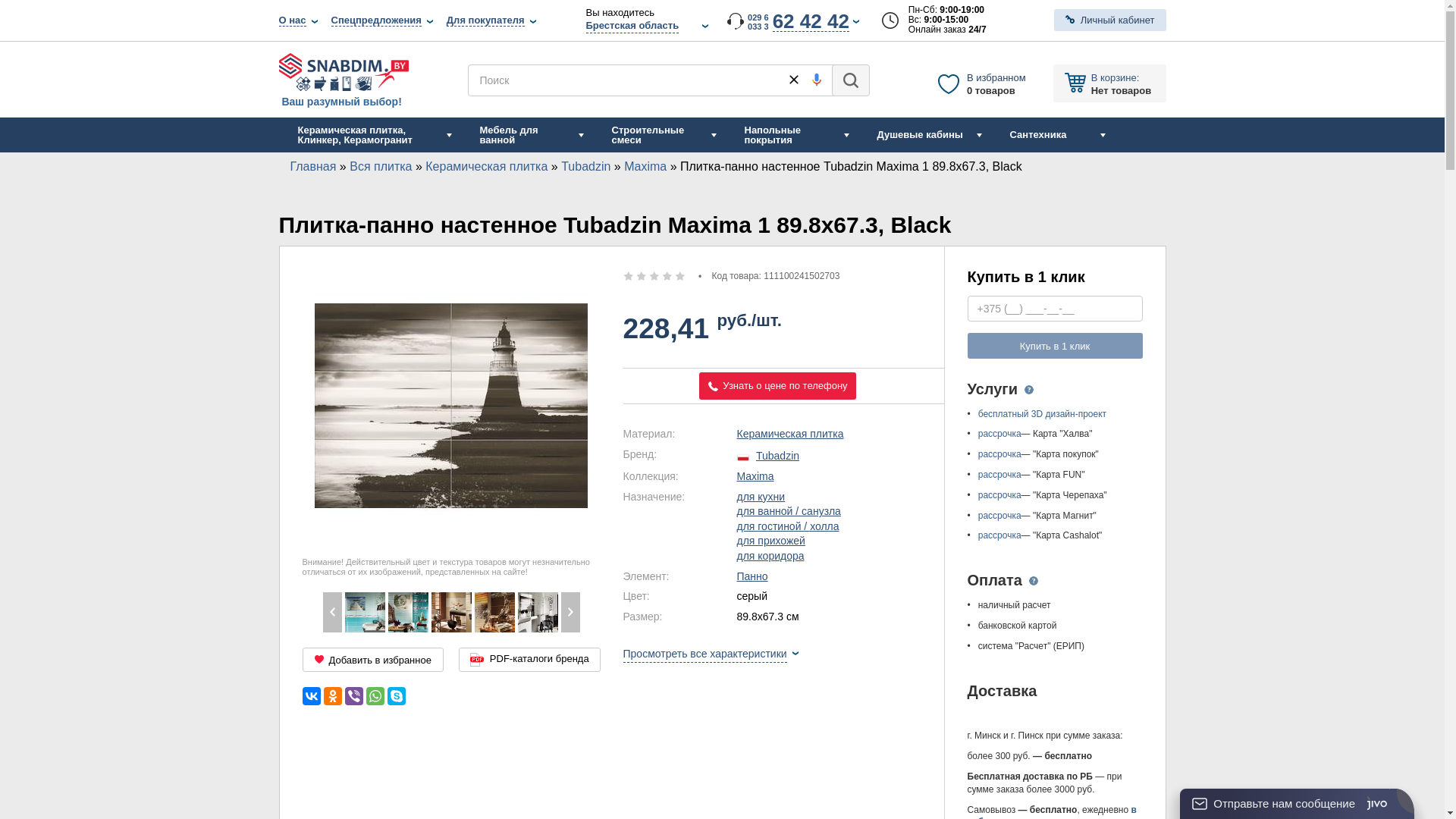 This screenshot has width=1456, height=819. What do you see at coordinates (450, 611) in the screenshot?
I see `'Maxima'` at bounding box center [450, 611].